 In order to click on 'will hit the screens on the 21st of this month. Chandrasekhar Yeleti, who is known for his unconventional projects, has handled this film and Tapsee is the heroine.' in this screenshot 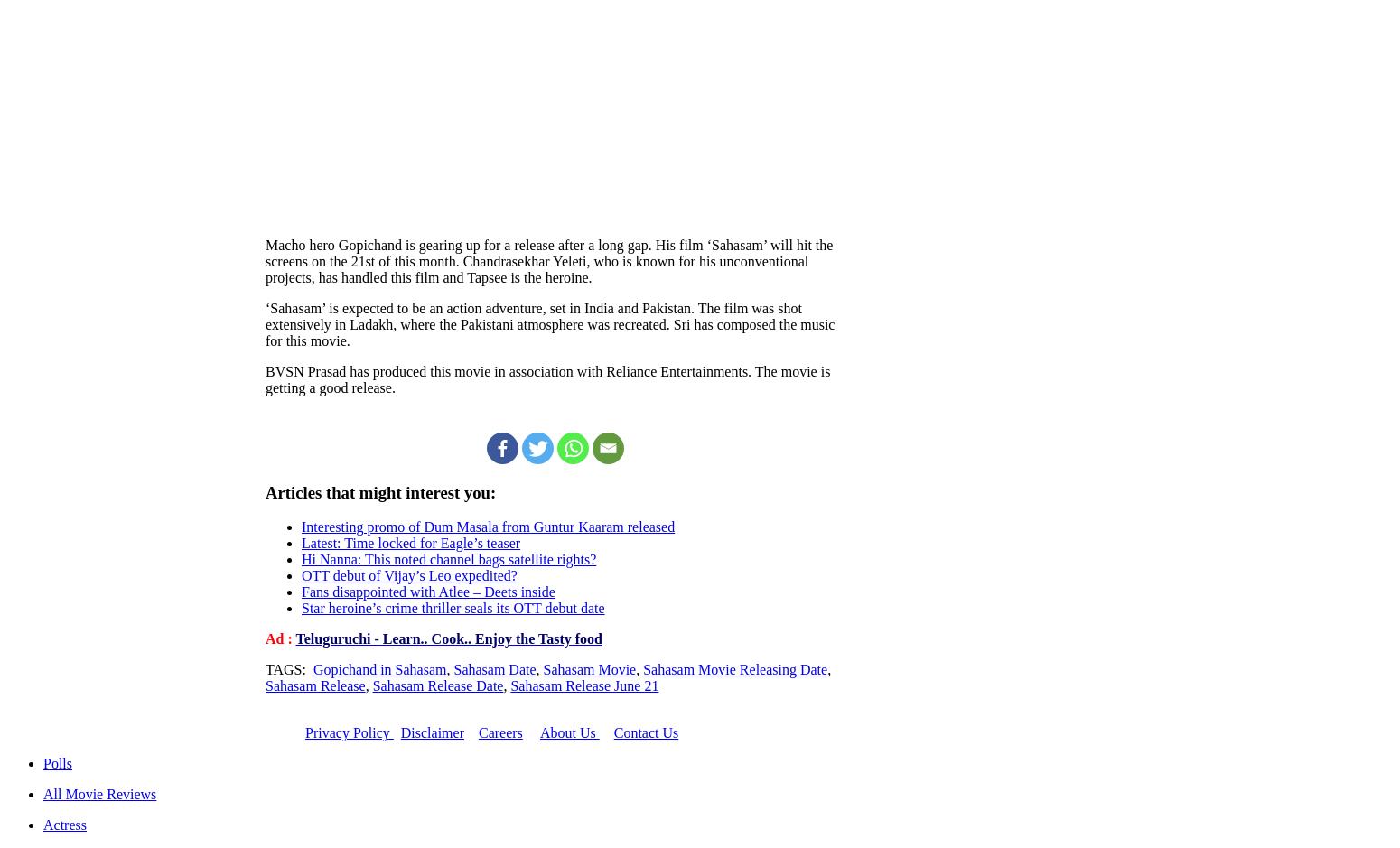, I will do `click(549, 259)`.